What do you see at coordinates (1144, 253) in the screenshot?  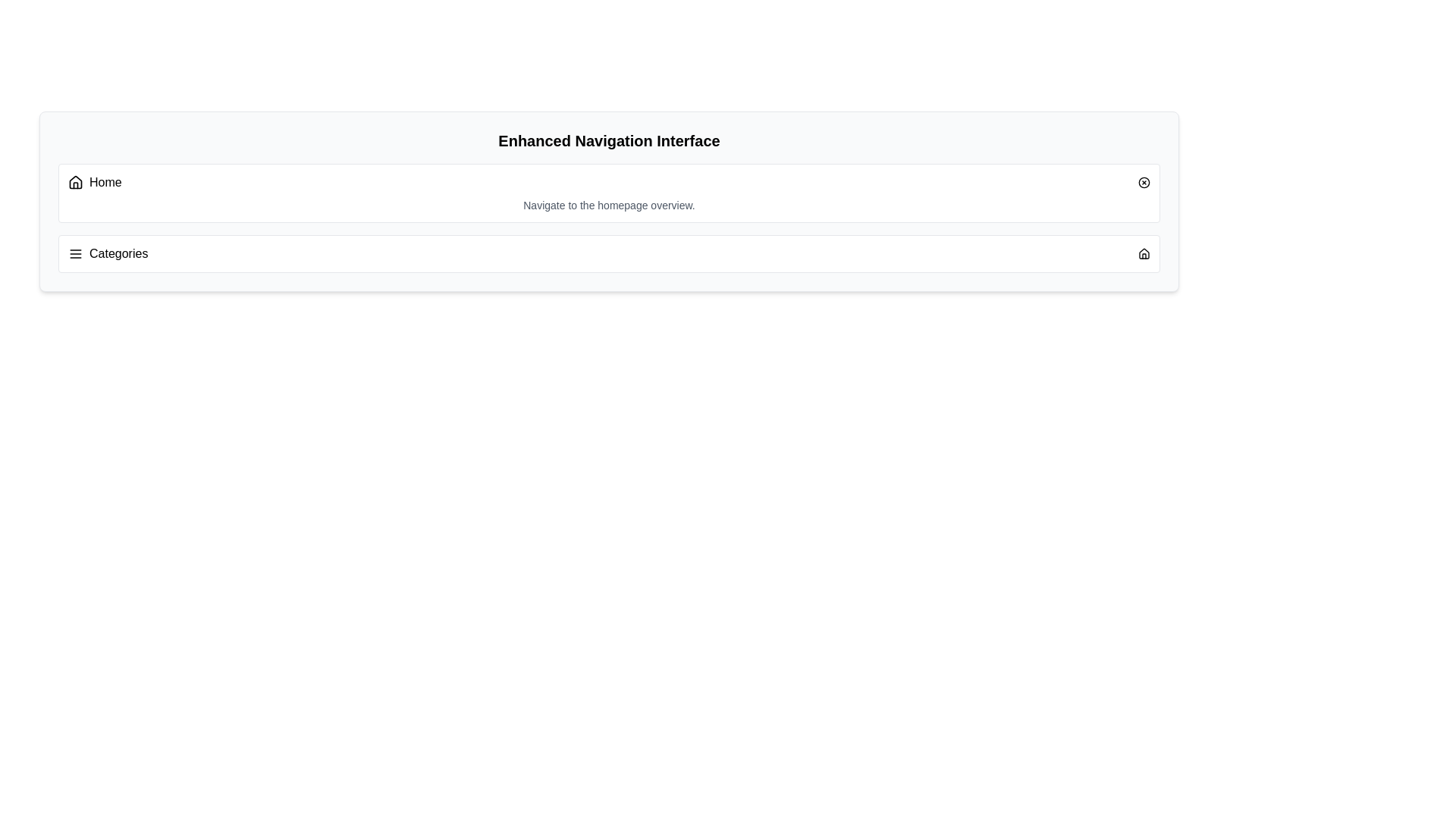 I see `the house icon, which is a solid black line illustration situated on the far right side of the 'Categories' section` at bounding box center [1144, 253].